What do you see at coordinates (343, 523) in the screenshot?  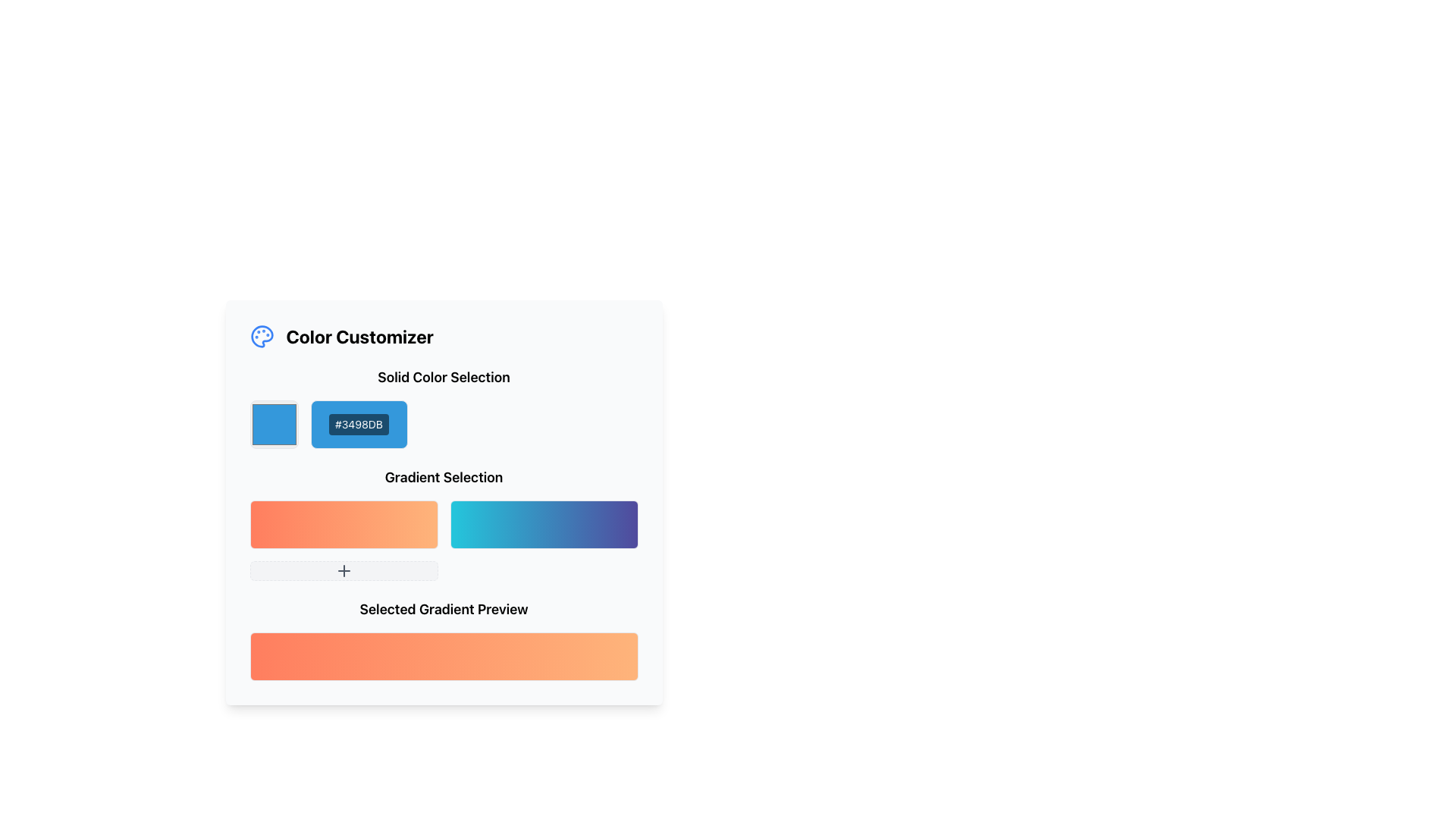 I see `the first gradient button in the 'Gradient Selection' section` at bounding box center [343, 523].